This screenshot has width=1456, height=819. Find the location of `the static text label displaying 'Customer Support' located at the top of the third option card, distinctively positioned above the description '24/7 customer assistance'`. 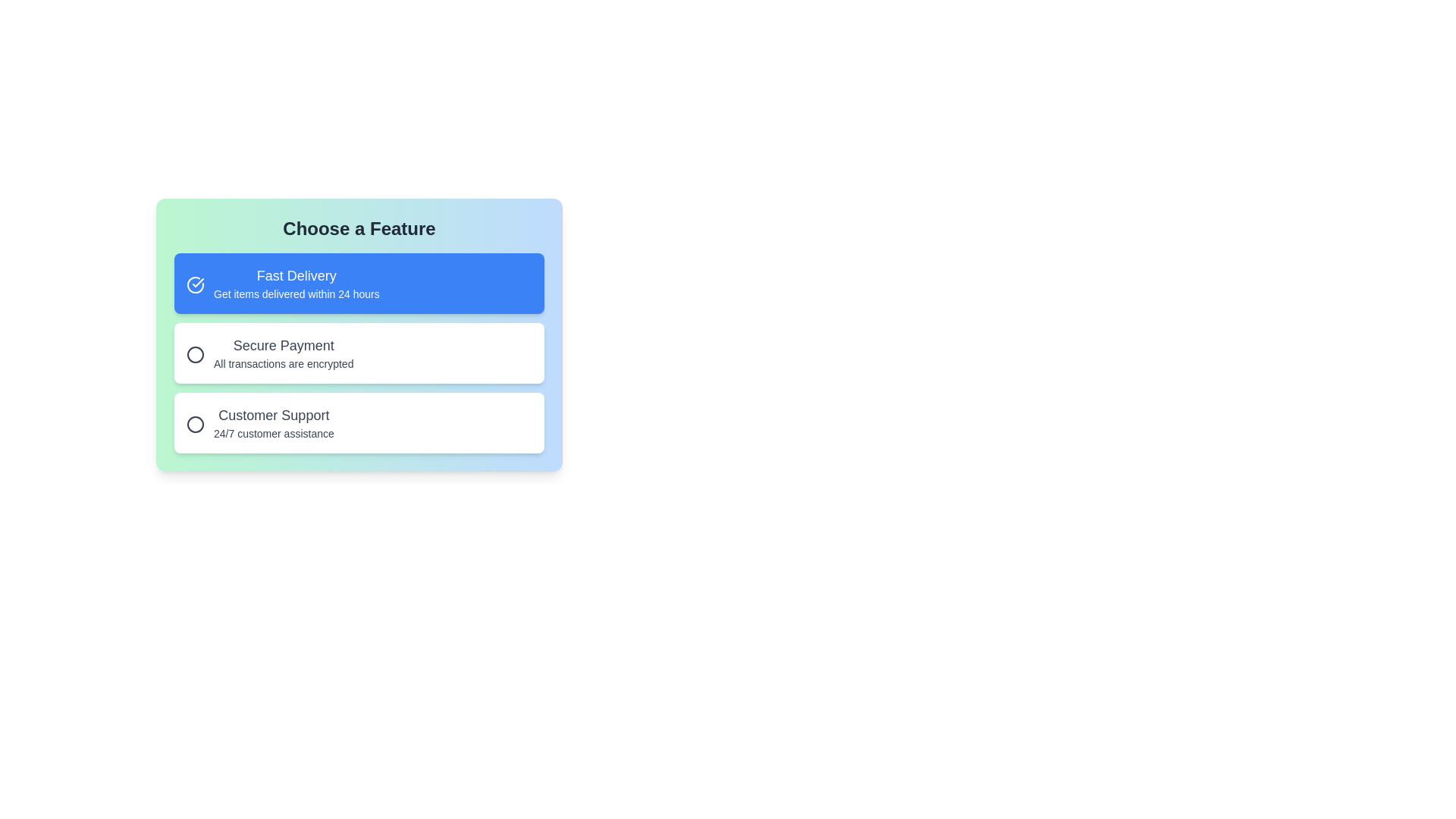

the static text label displaying 'Customer Support' located at the top of the third option card, distinctively positioned above the description '24/7 customer assistance' is located at coordinates (274, 415).